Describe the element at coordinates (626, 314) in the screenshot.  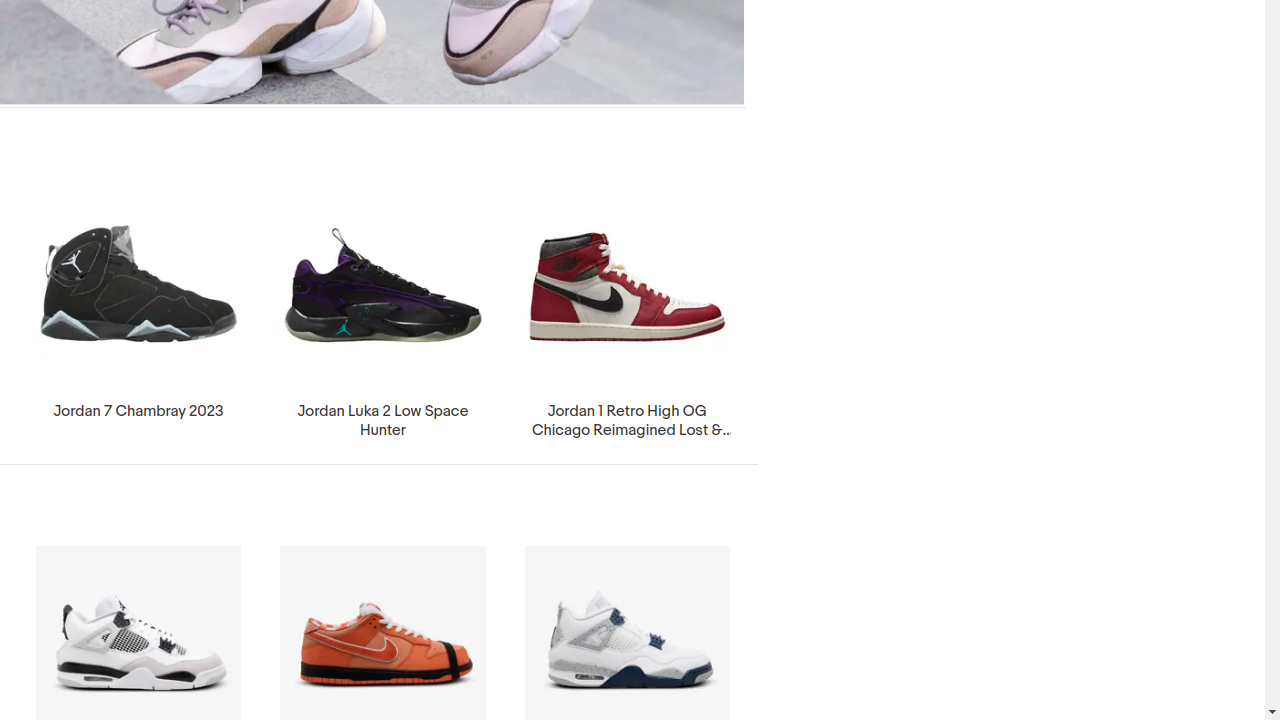
I see `'Jordan 1 Retro High OG Chicago Reimagined Lost & Found 2022'` at that location.